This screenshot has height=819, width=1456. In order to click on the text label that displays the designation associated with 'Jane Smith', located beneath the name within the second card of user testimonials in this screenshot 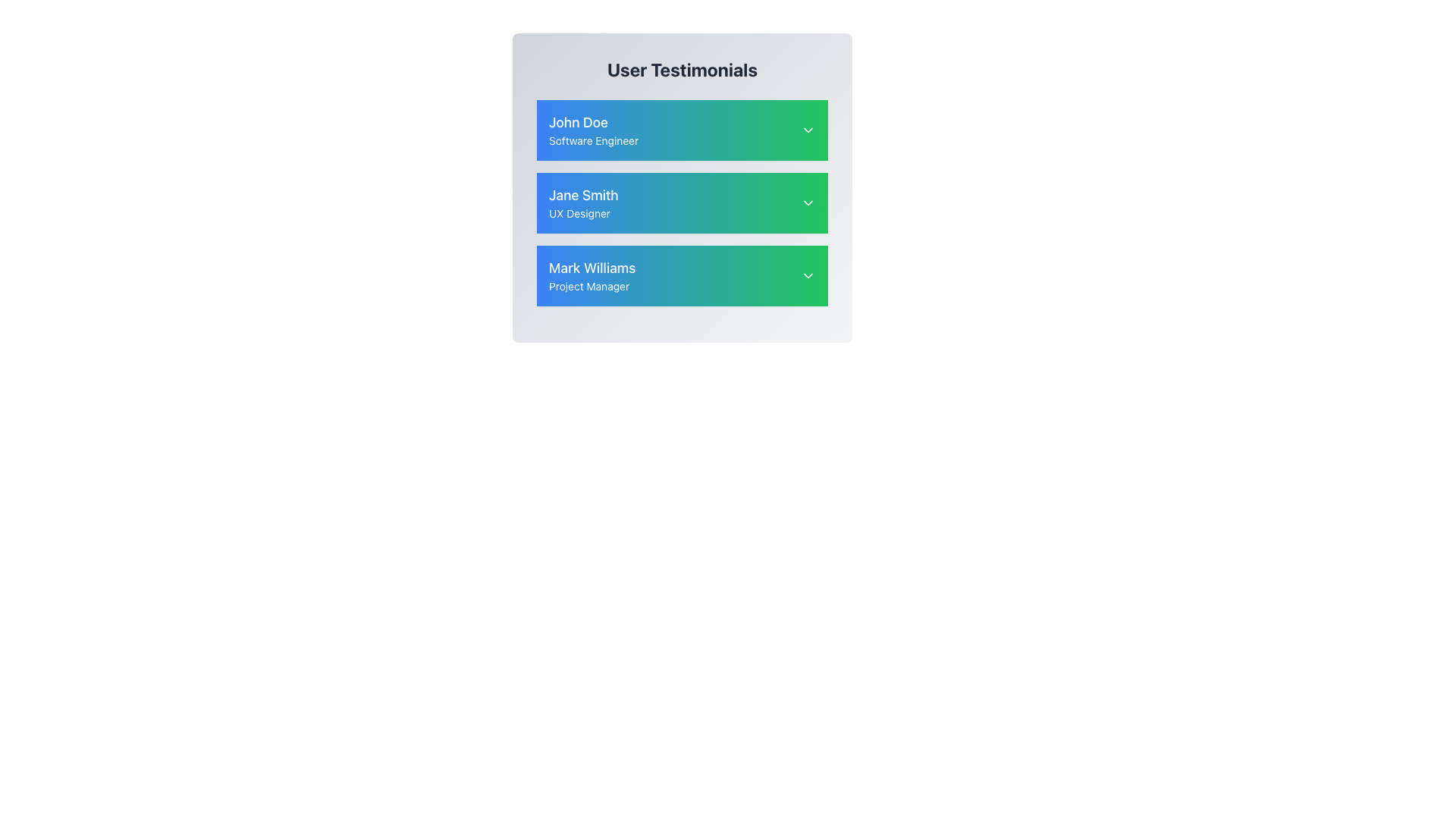, I will do `click(582, 213)`.